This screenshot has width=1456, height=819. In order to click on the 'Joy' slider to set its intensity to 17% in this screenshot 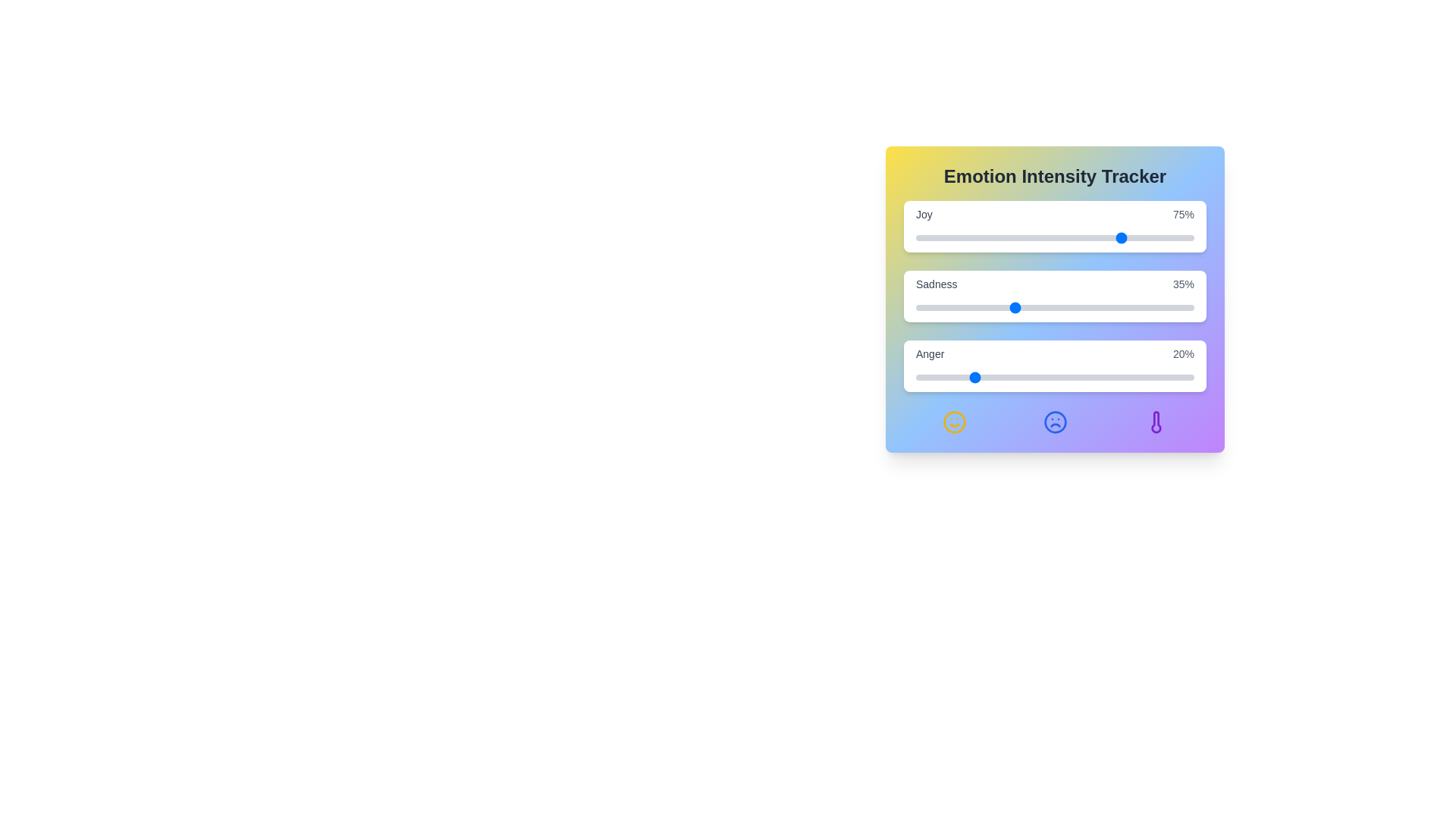, I will do `click(962, 237)`.